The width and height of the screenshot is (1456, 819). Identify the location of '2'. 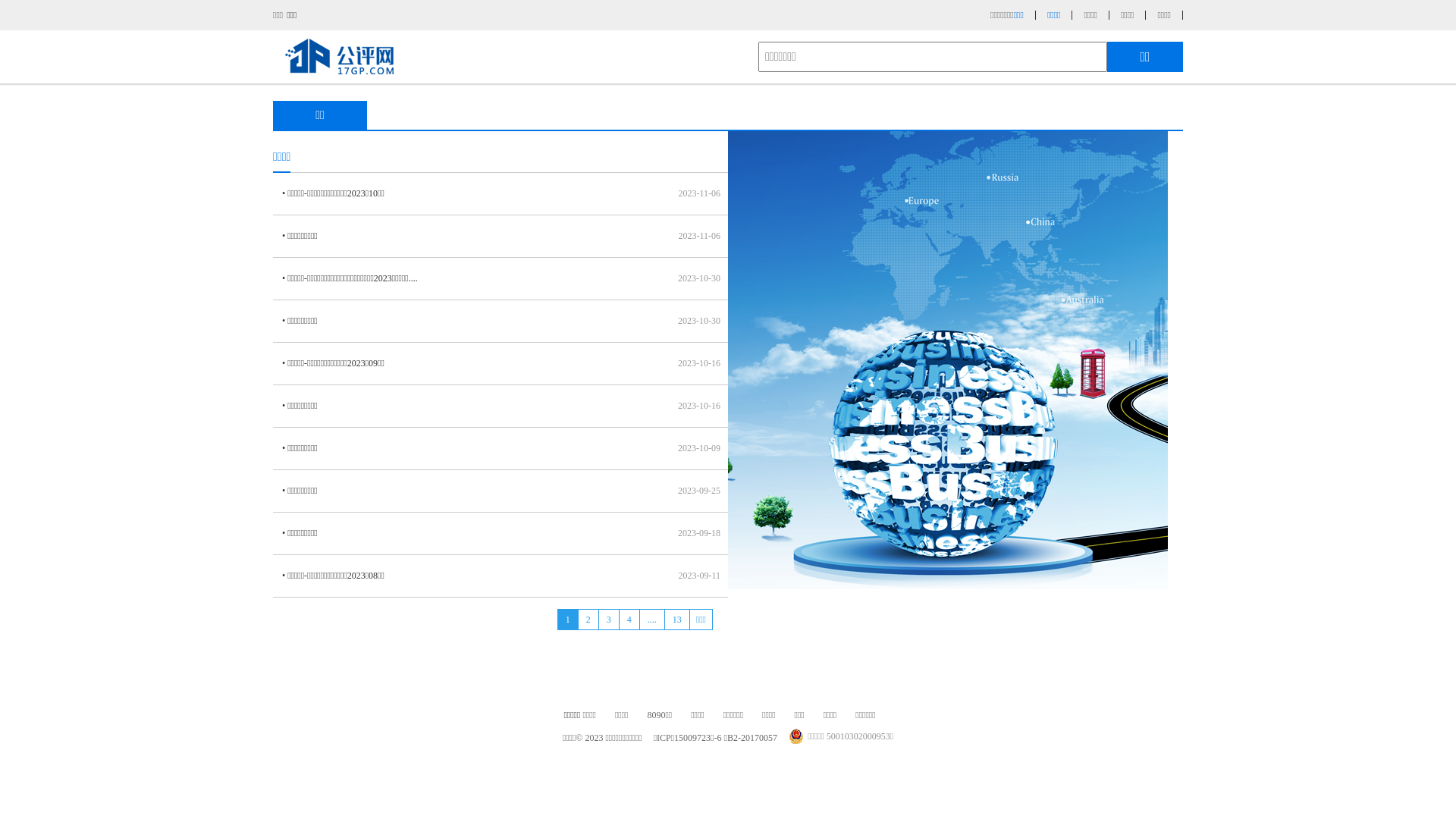
(577, 620).